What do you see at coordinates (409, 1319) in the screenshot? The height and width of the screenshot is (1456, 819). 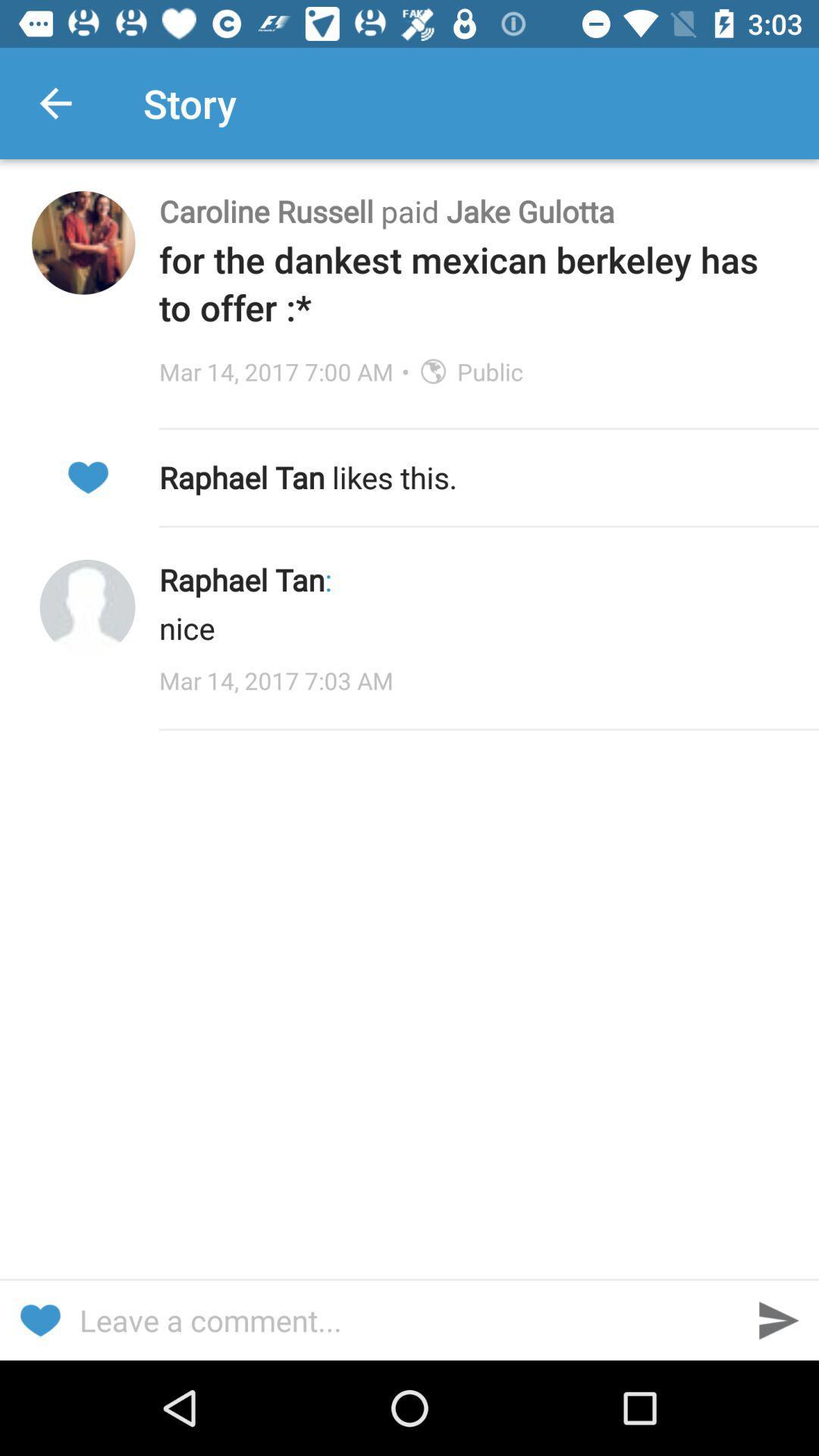 I see `comment option` at bounding box center [409, 1319].